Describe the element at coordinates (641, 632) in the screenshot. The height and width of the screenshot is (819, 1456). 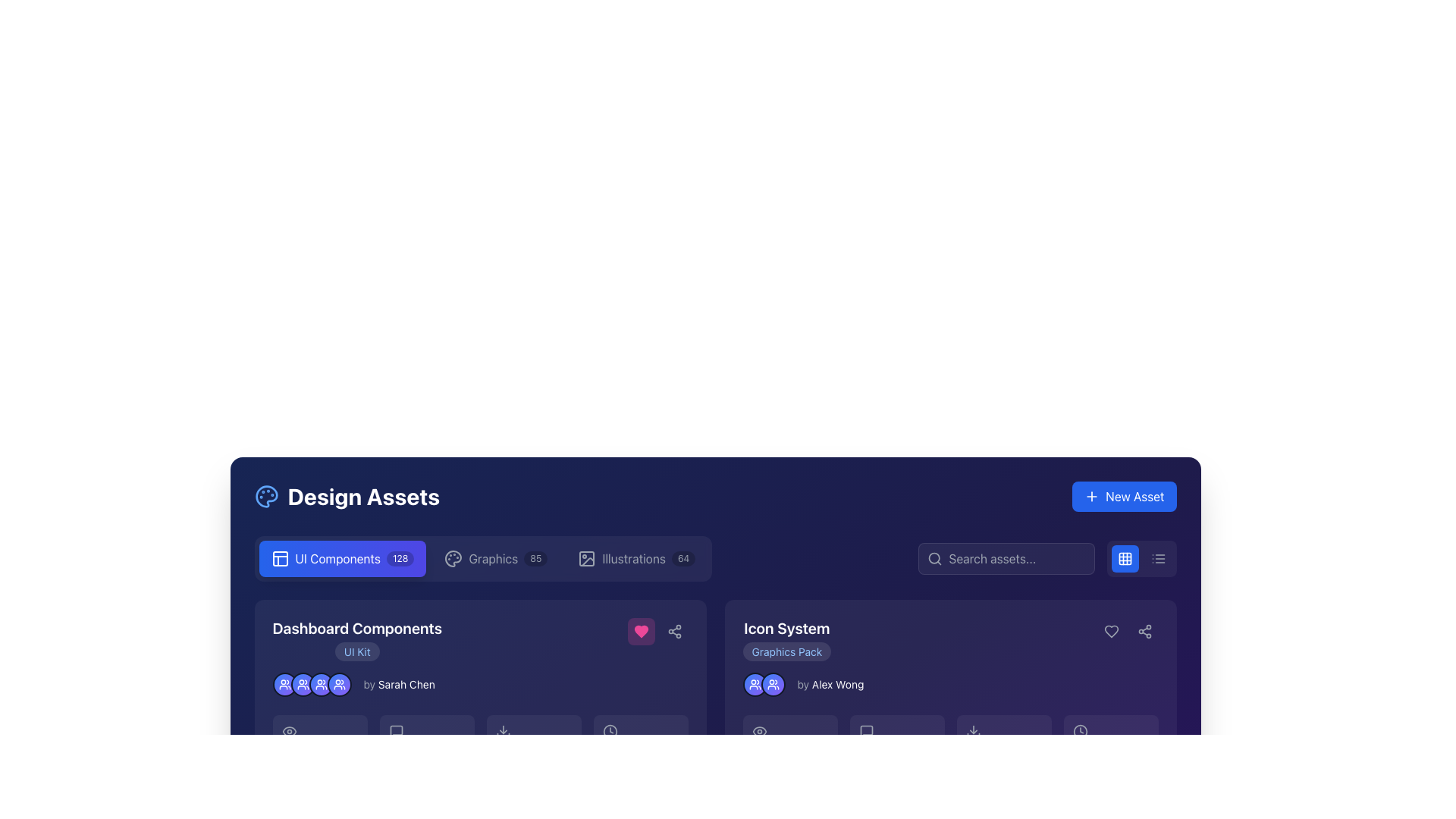
I see `the heart icon button filled with a pink shade located in the top-right portion of the 'Dashboard Components' card` at that location.